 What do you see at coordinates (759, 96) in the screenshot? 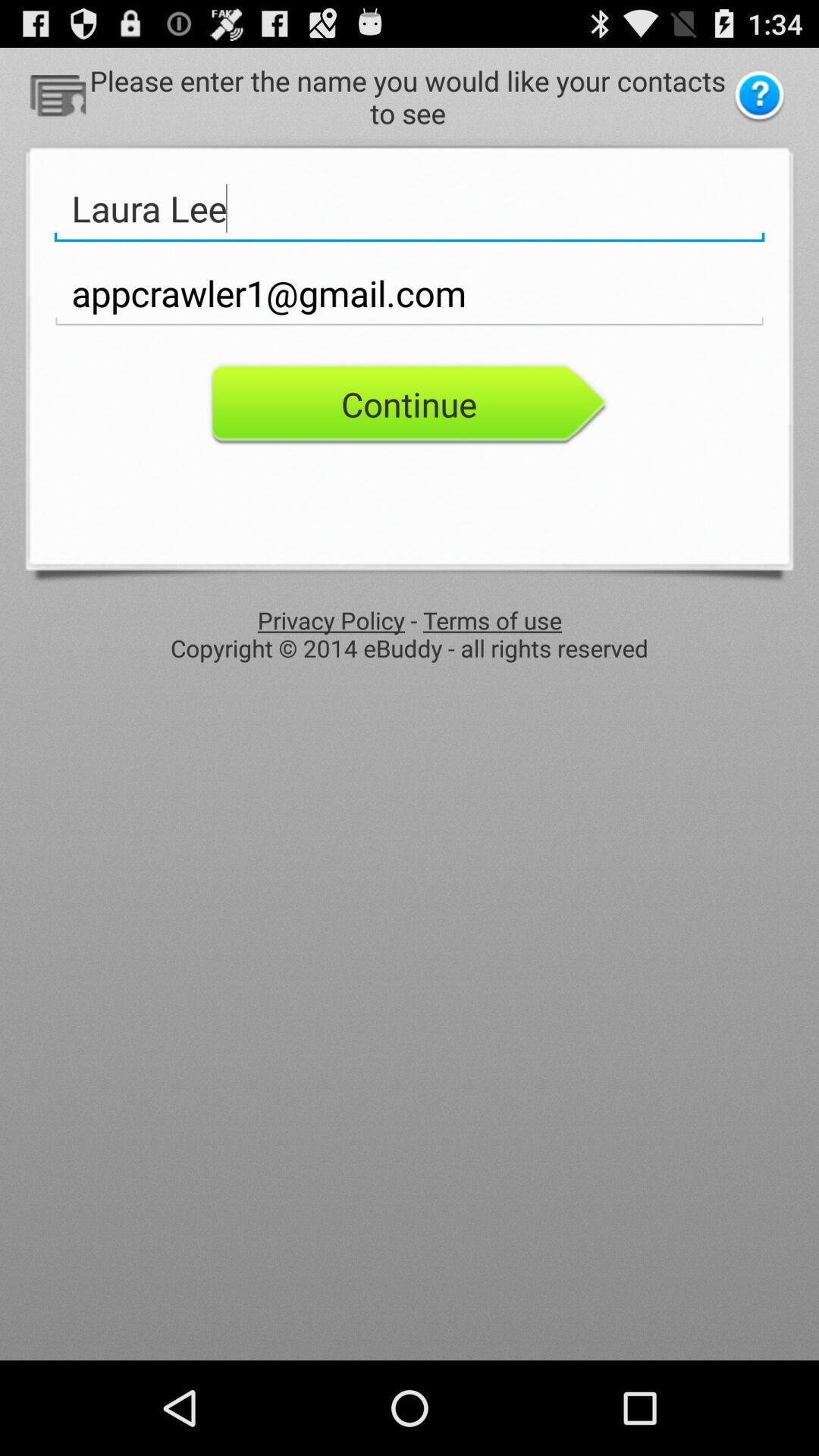
I see `help to know` at bounding box center [759, 96].